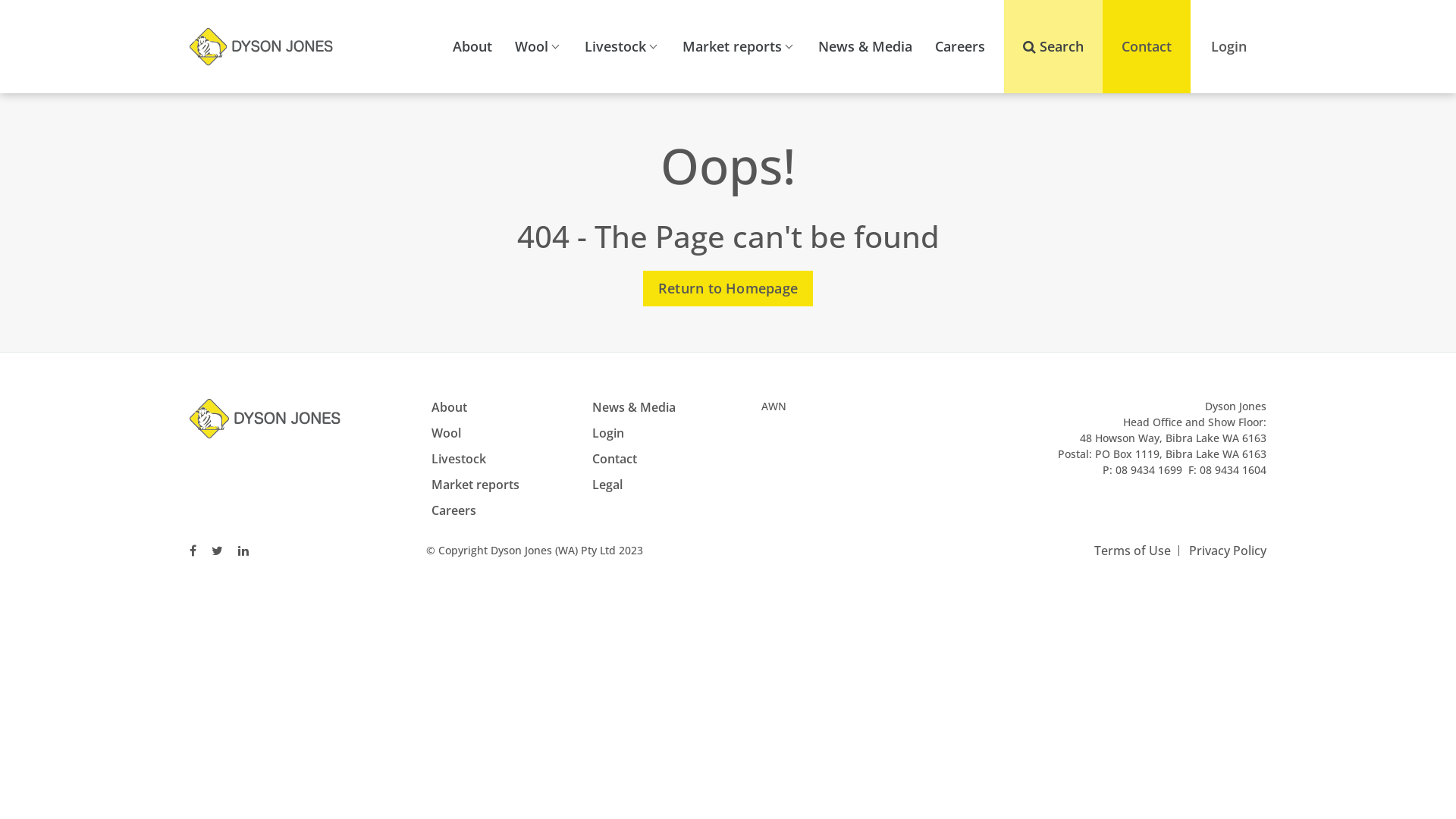 Image resolution: width=1456 pixels, height=819 pixels. Describe the element at coordinates (1227, 550) in the screenshot. I see `'Privacy Policy'` at that location.